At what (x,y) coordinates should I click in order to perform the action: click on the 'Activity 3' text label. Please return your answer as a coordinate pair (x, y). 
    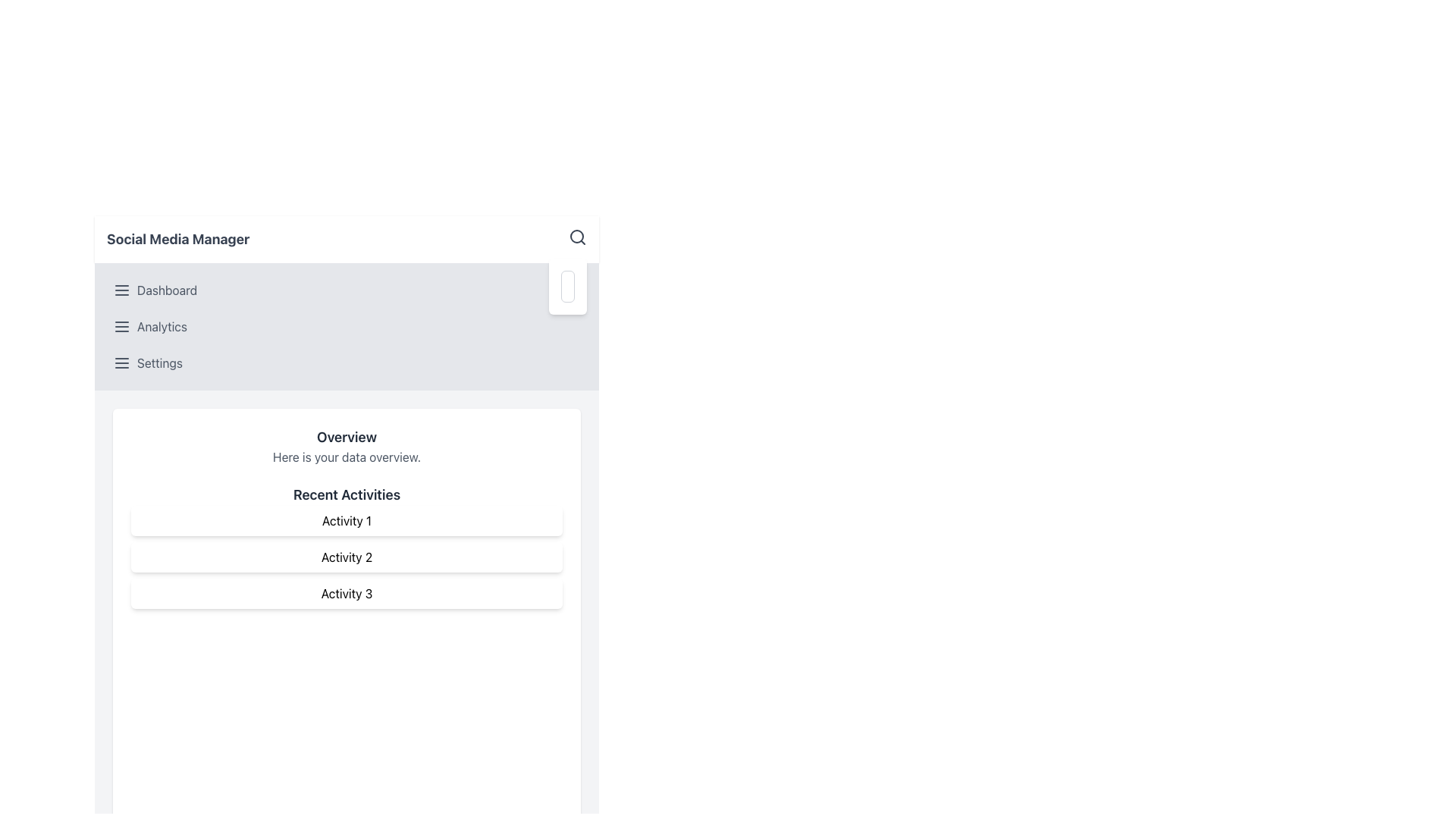
    Looking at the image, I should click on (346, 593).